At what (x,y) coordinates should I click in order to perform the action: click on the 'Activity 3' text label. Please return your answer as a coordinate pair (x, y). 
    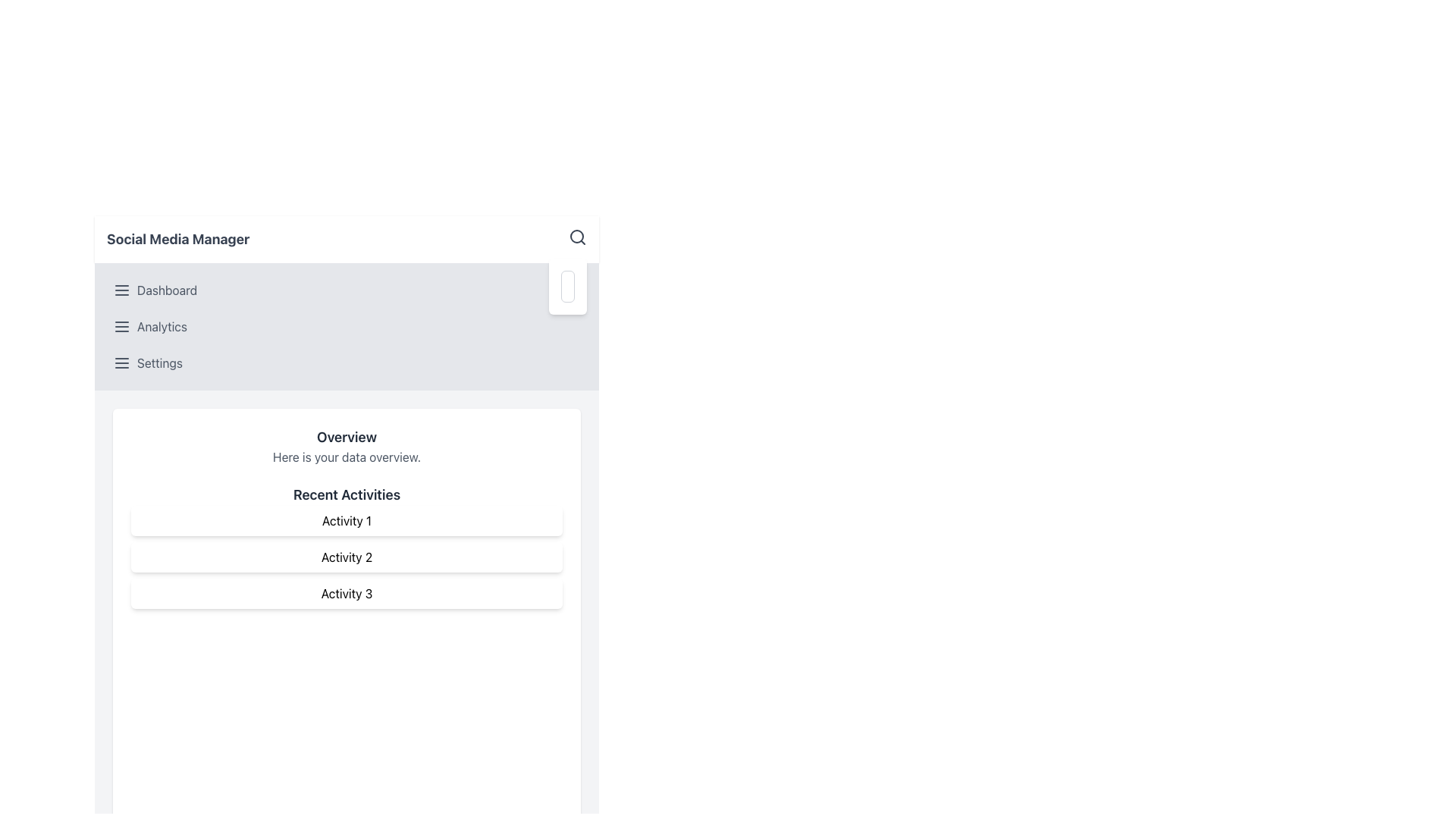
    Looking at the image, I should click on (346, 593).